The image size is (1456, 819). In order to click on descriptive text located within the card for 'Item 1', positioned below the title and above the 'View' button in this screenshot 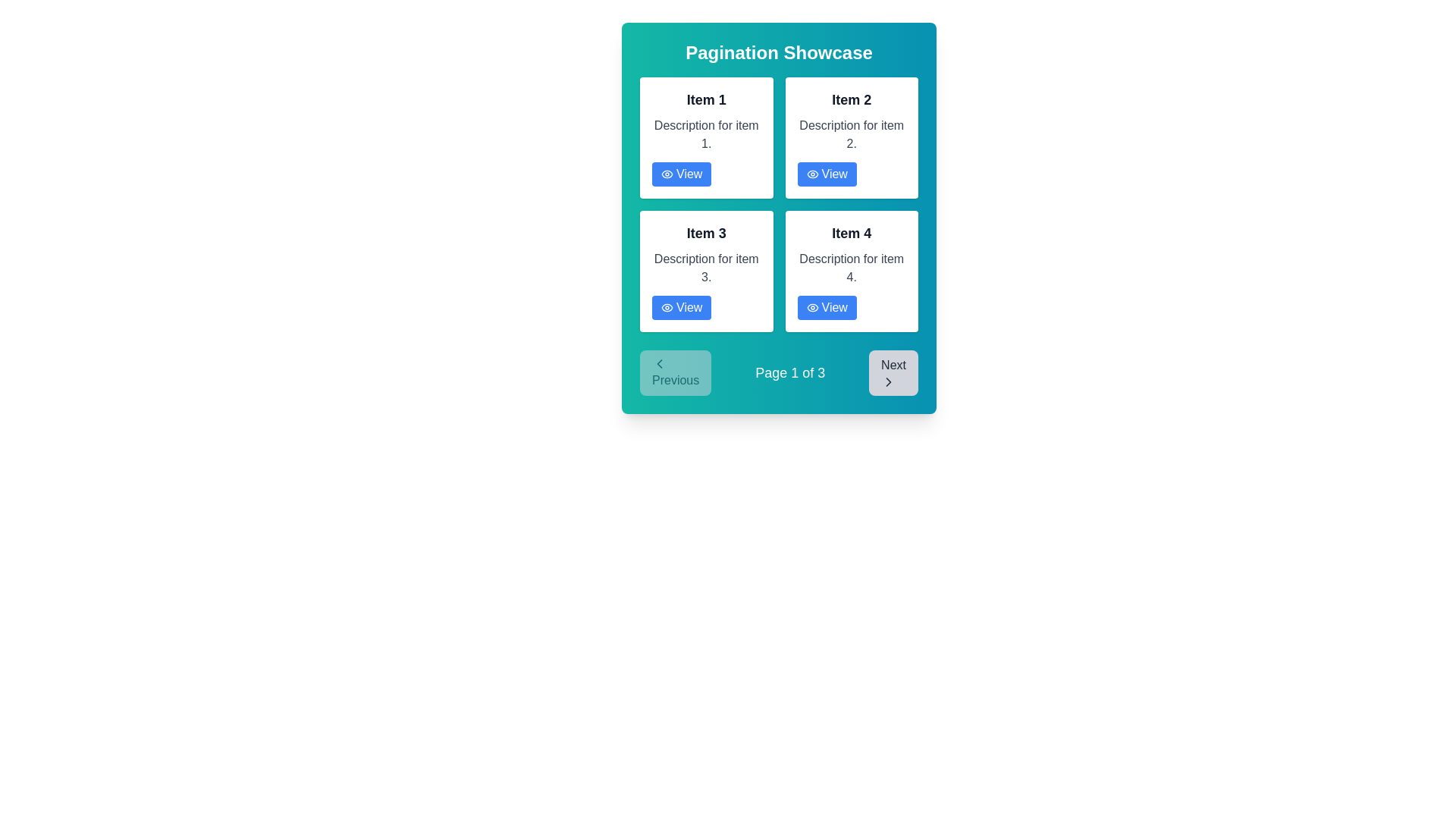, I will do `click(705, 133)`.